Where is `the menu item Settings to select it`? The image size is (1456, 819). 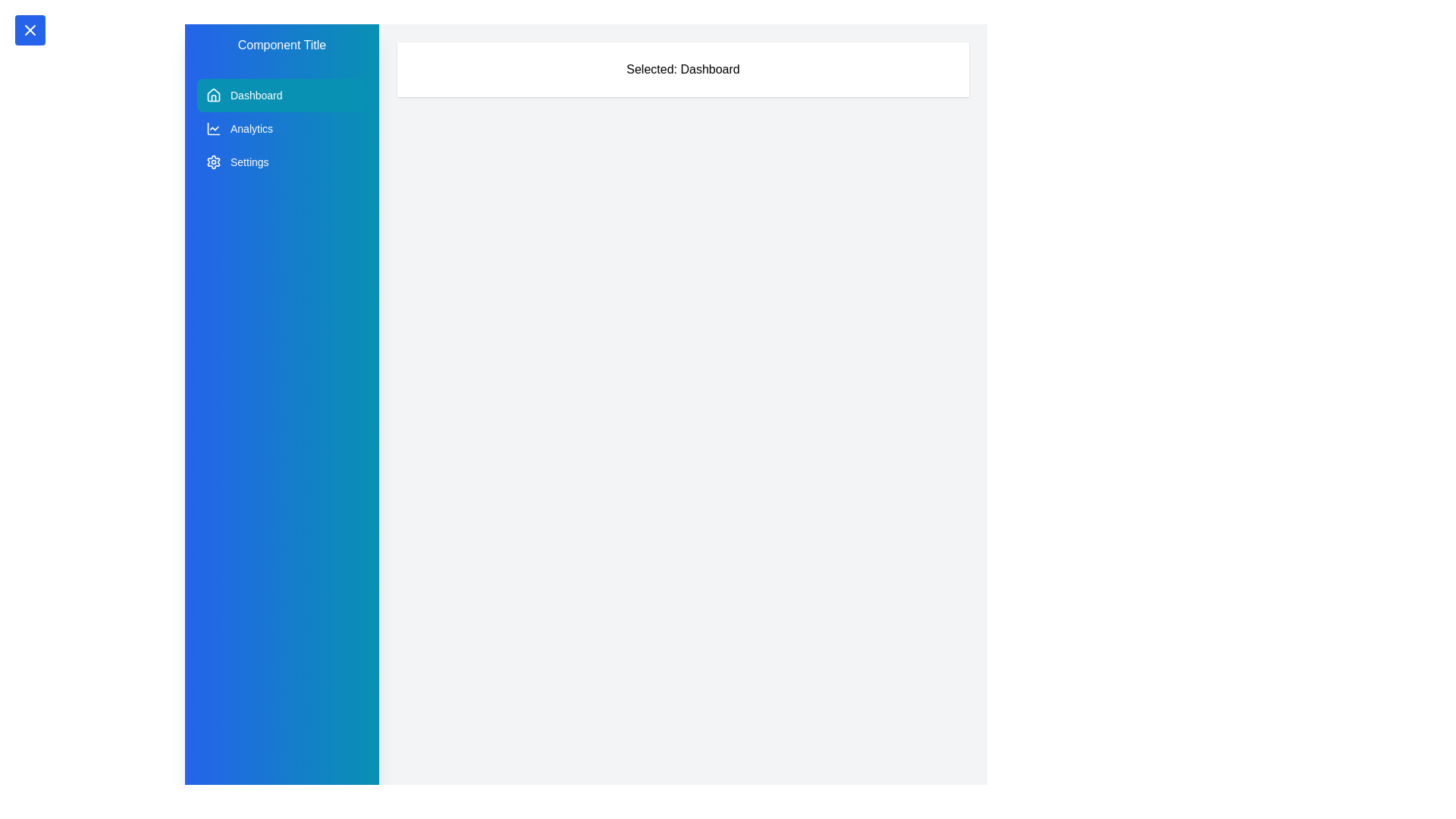
the menu item Settings to select it is located at coordinates (282, 162).